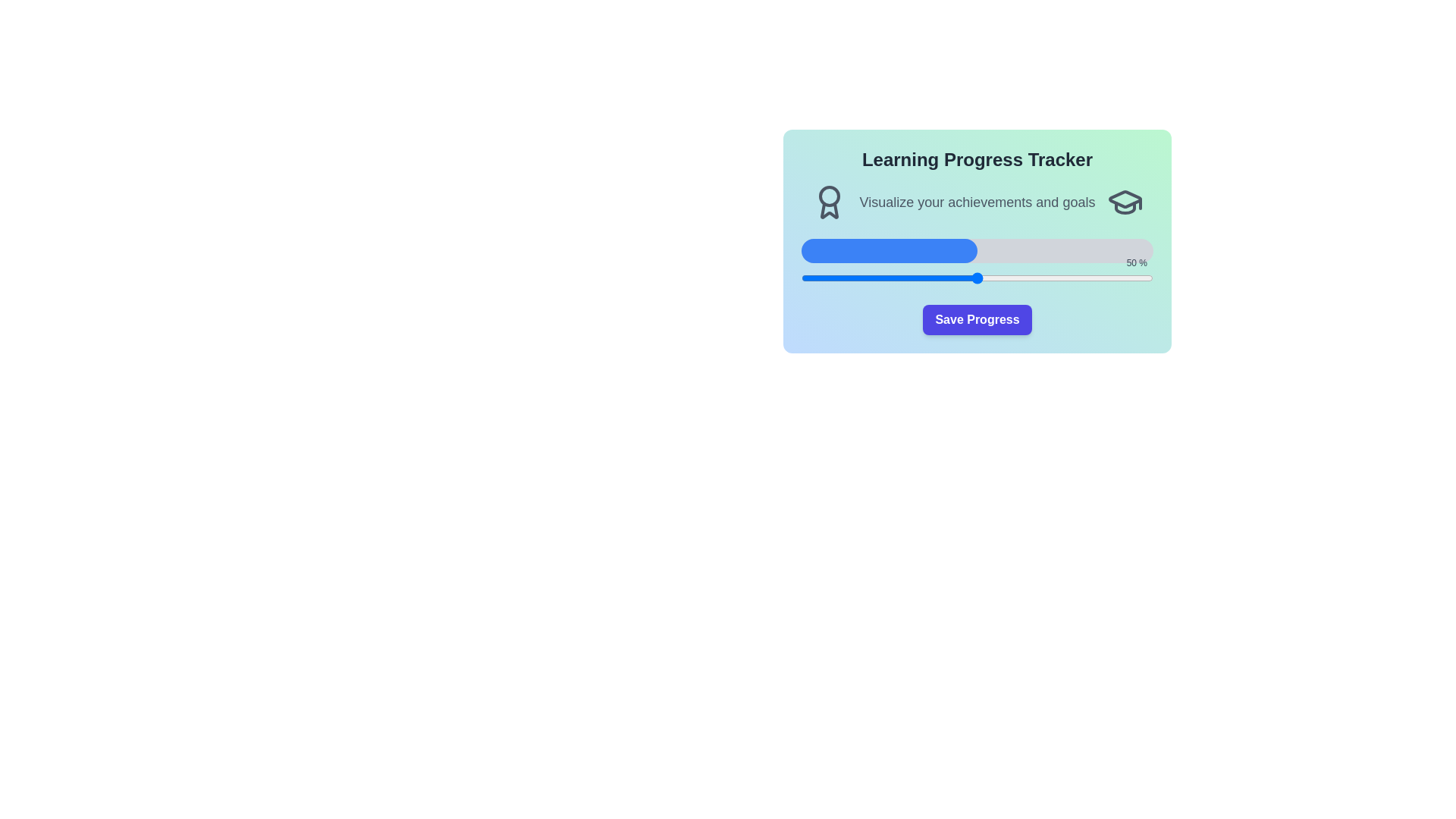  What do you see at coordinates (927, 278) in the screenshot?
I see `the progress slider to 36%` at bounding box center [927, 278].